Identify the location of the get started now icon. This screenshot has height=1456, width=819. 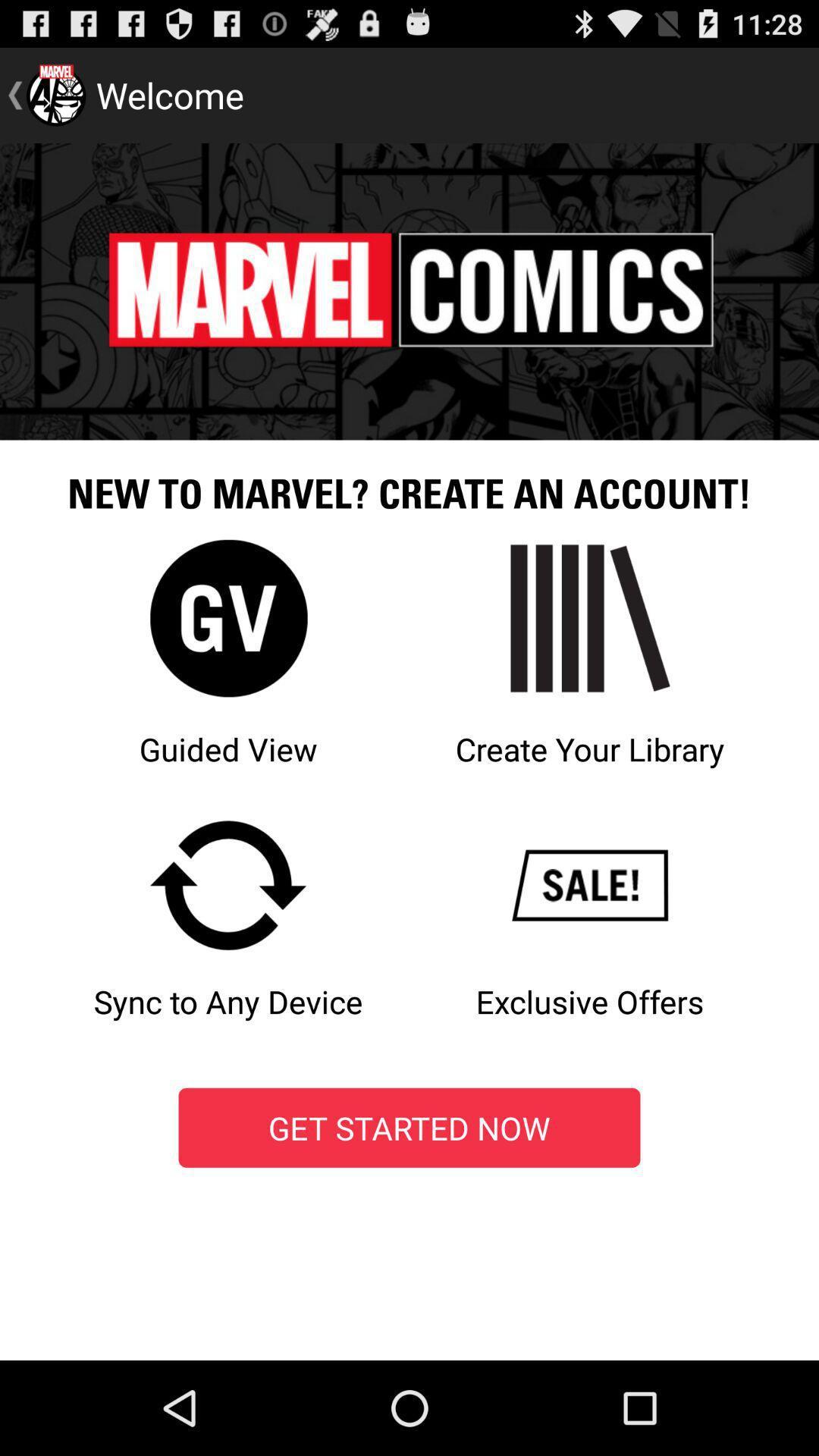
(409, 1128).